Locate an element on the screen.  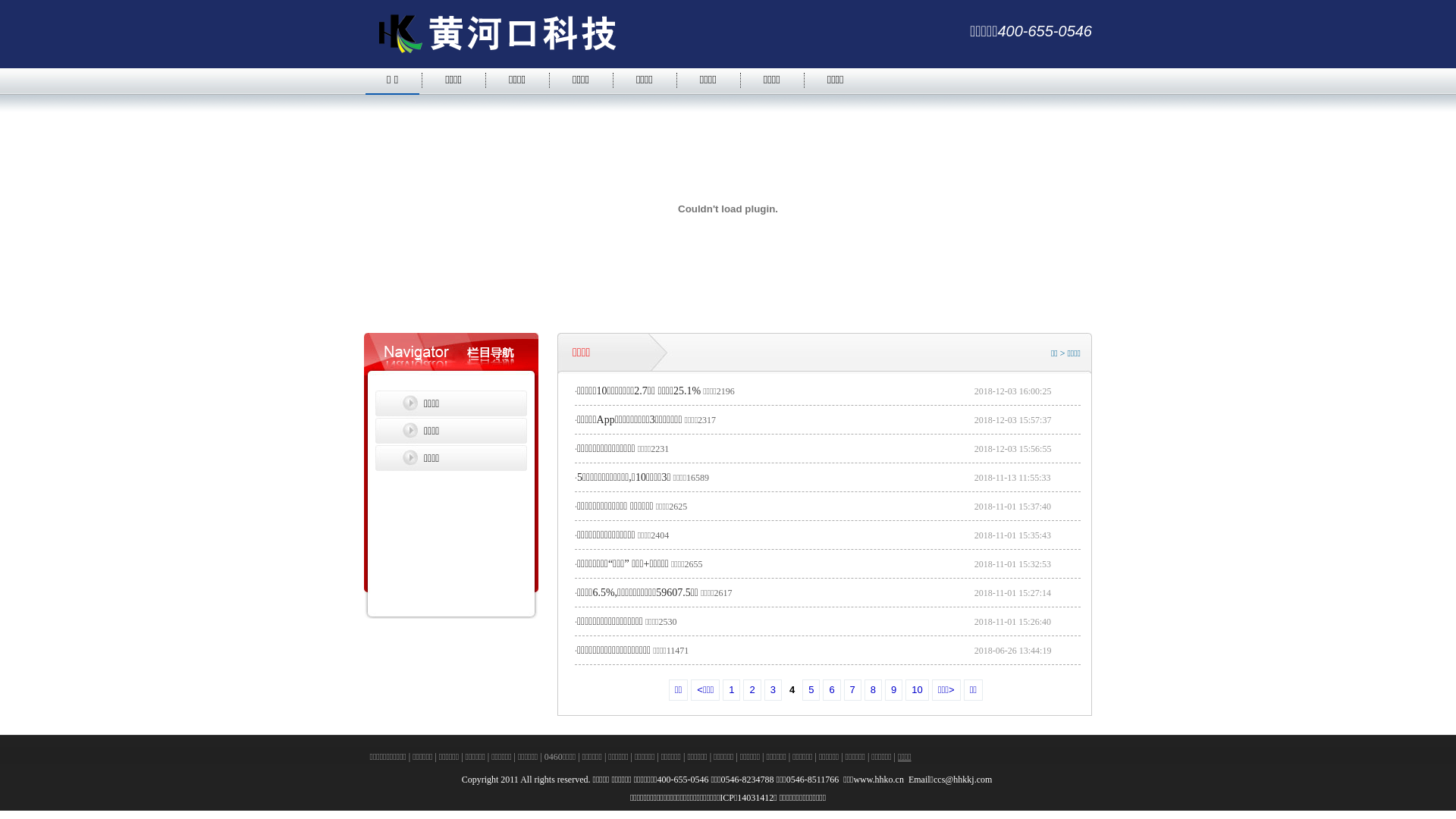
'10' is located at coordinates (916, 690).